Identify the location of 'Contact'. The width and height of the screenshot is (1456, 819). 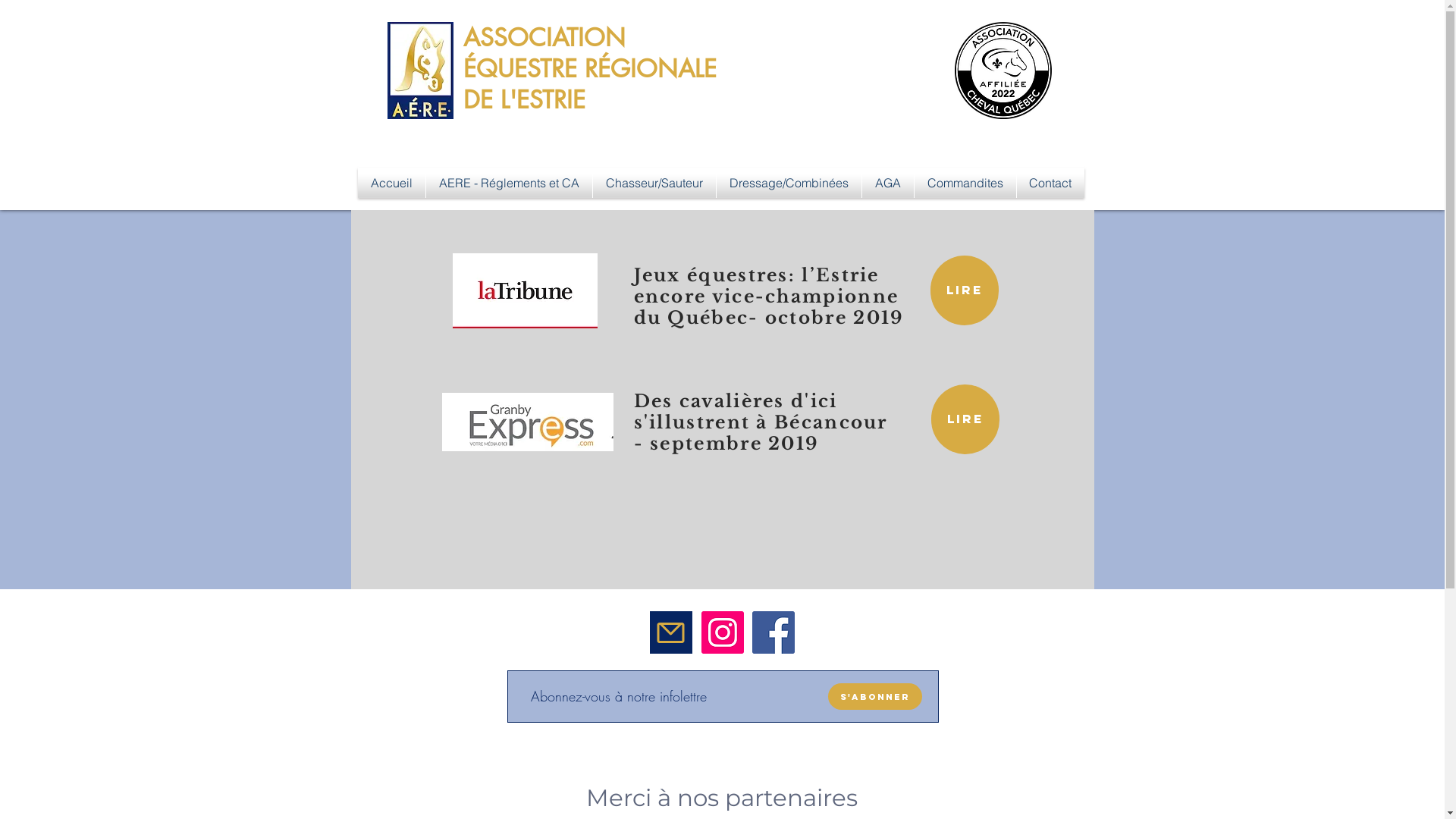
(1049, 181).